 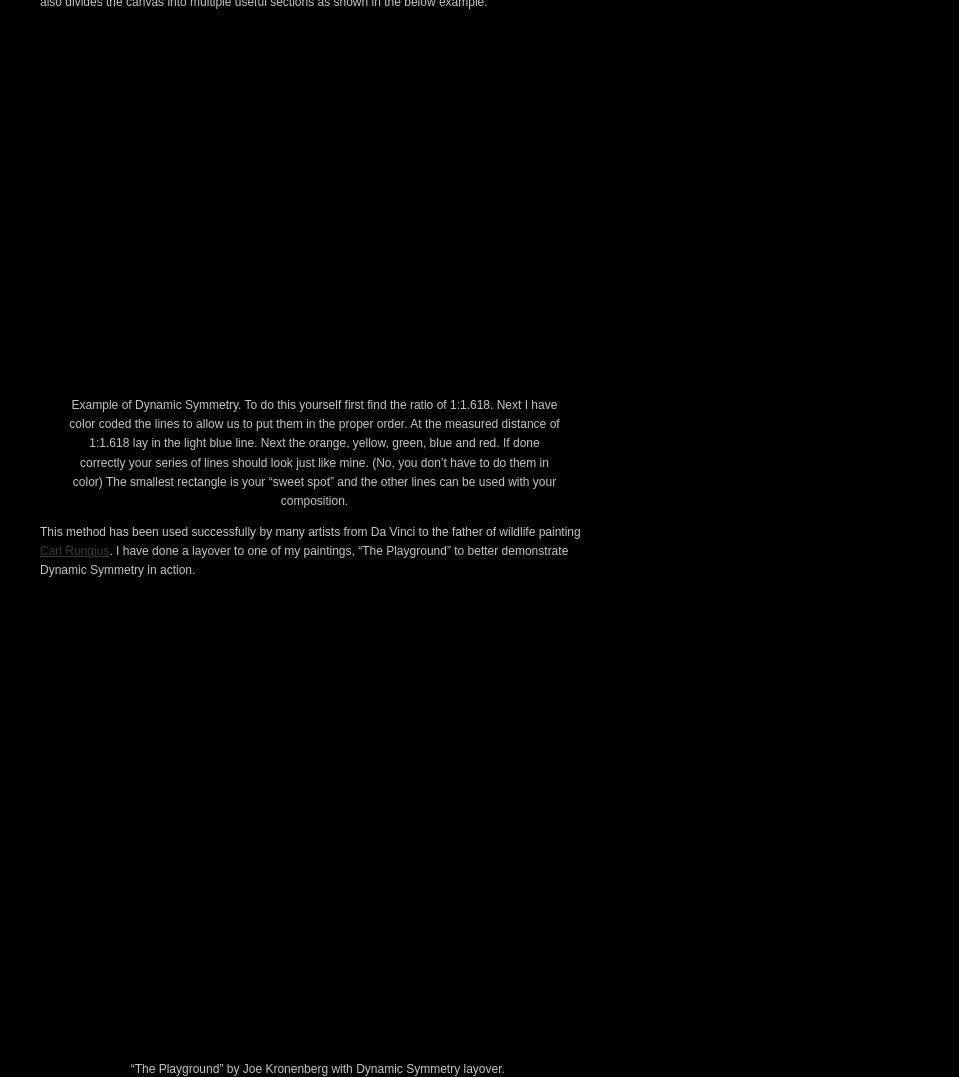 What do you see at coordinates (285, 96) in the screenshot?
I see `'“Mastering Composition”'` at bounding box center [285, 96].